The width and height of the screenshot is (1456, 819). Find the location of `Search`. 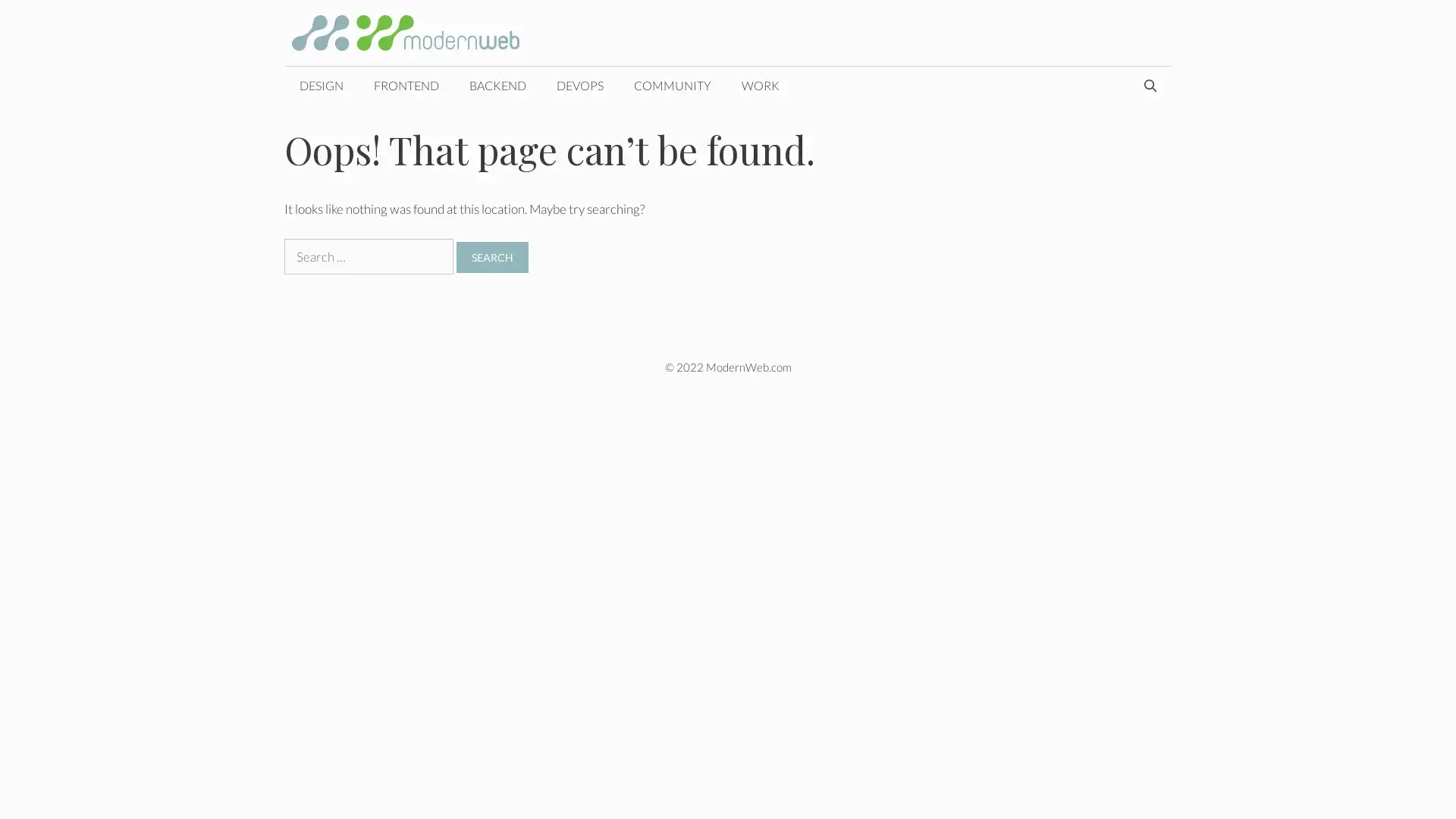

Search is located at coordinates (492, 256).